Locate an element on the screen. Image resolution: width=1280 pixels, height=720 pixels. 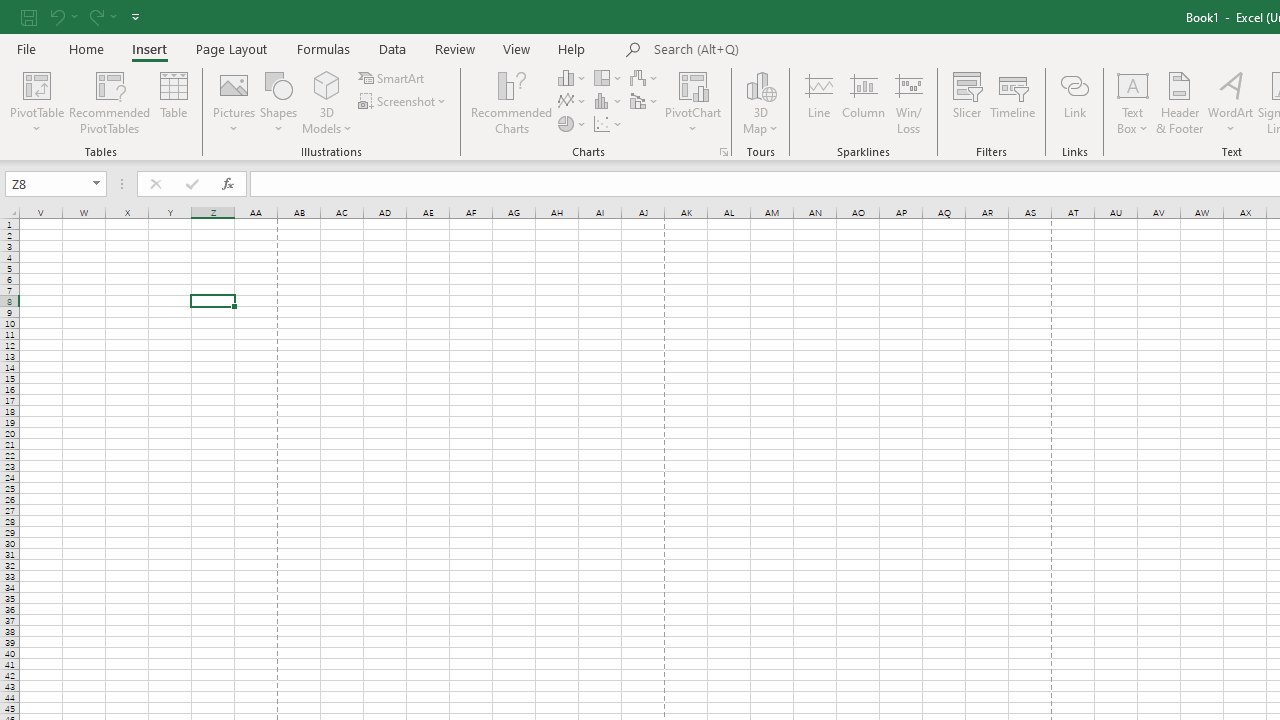
'3D Models' is located at coordinates (327, 103).